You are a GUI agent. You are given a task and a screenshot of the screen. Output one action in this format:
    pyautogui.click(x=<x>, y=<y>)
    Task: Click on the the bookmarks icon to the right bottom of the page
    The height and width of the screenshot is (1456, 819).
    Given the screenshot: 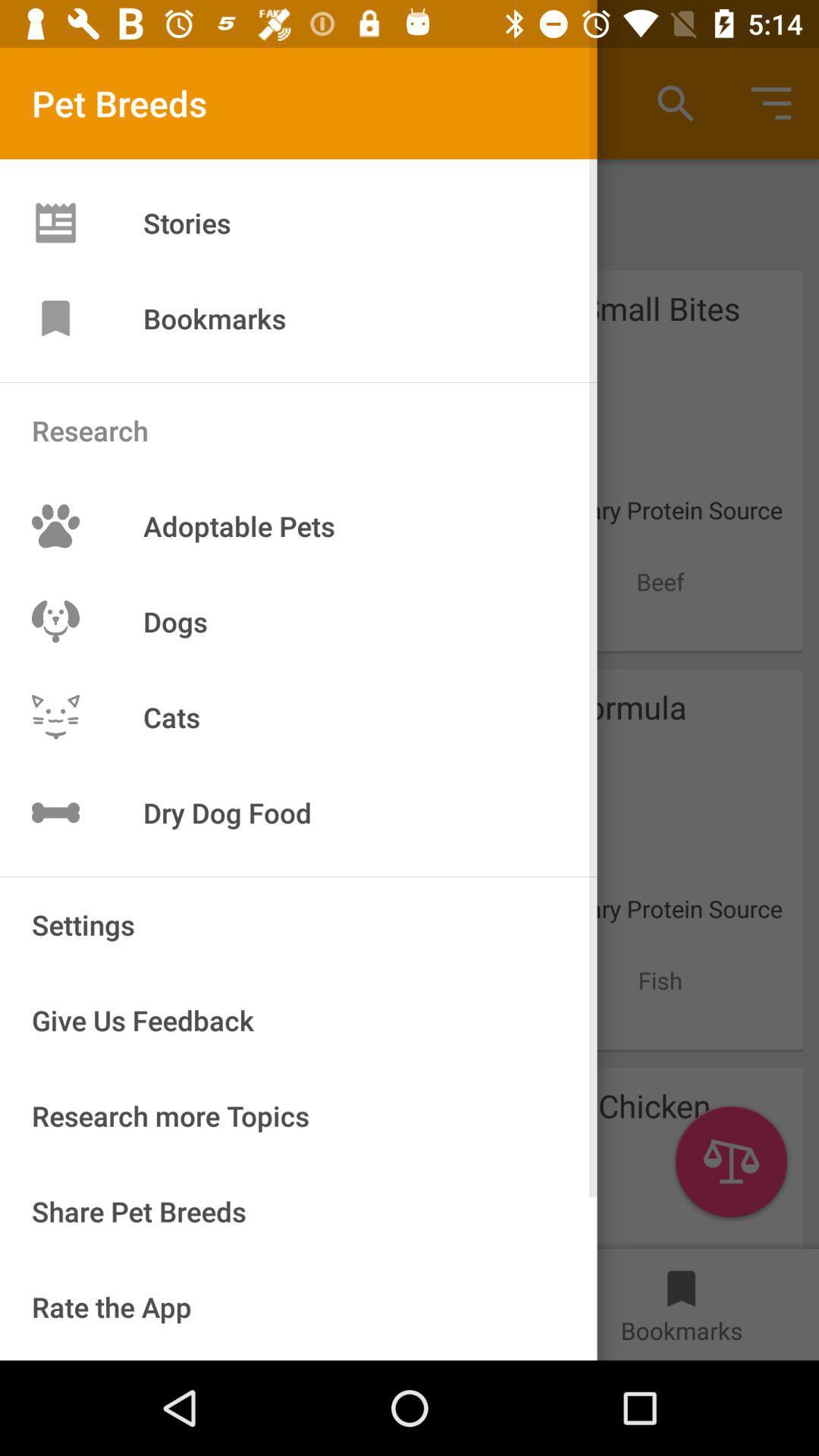 What is the action you would take?
    pyautogui.click(x=680, y=1280)
    